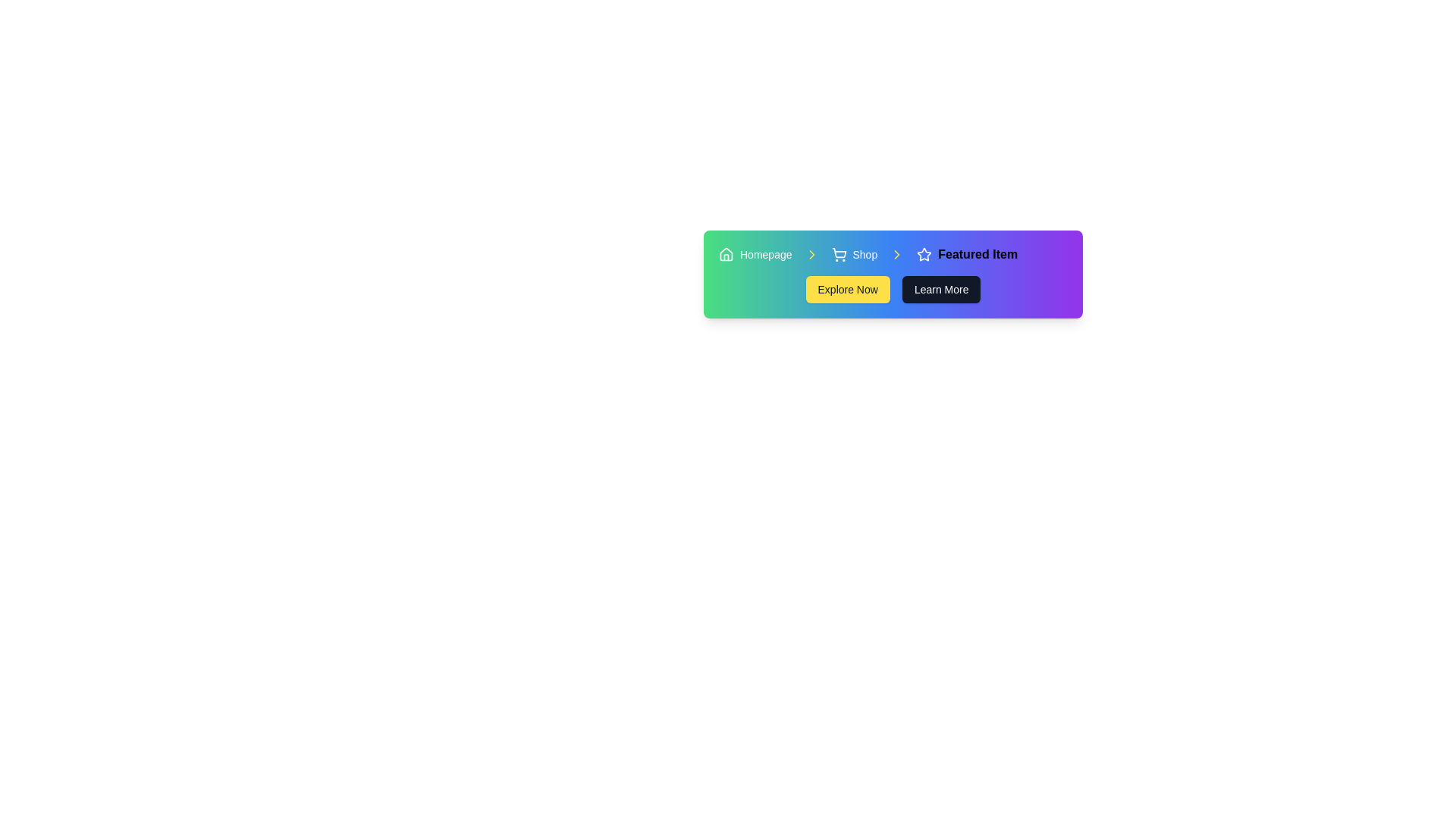  I want to click on the 'Explore Now' button located in the middle of the onscreen control bar, so click(847, 289).